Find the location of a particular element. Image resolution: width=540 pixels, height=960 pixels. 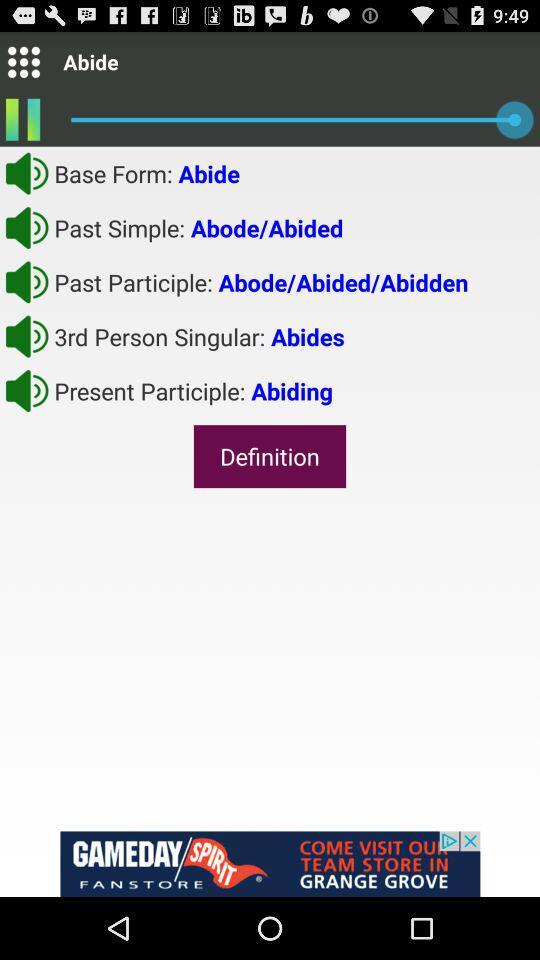

play/hear selection is located at coordinates (26, 227).